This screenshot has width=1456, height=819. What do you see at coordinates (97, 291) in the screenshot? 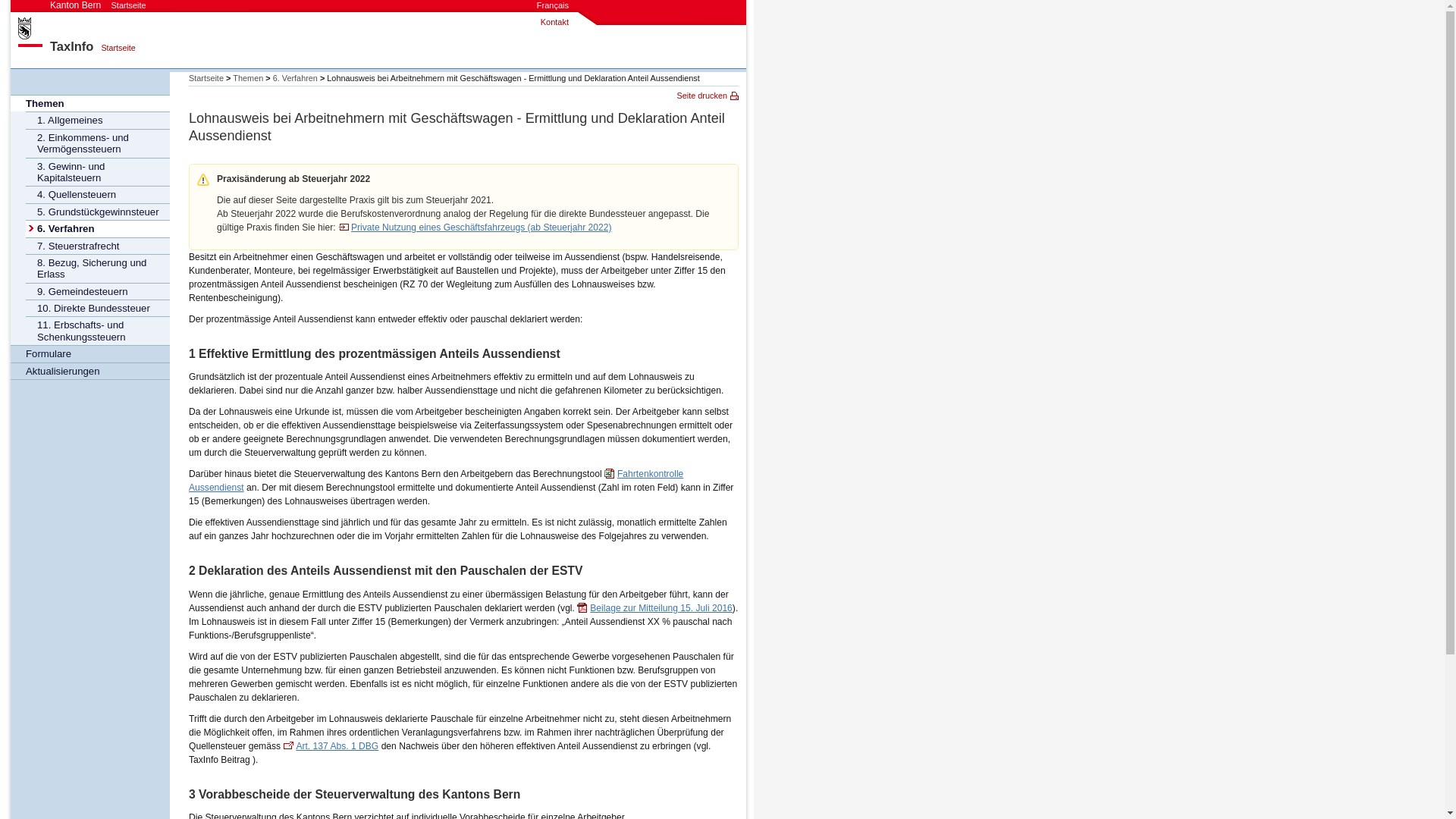
I see `'9. Gemeindesteuern'` at bounding box center [97, 291].